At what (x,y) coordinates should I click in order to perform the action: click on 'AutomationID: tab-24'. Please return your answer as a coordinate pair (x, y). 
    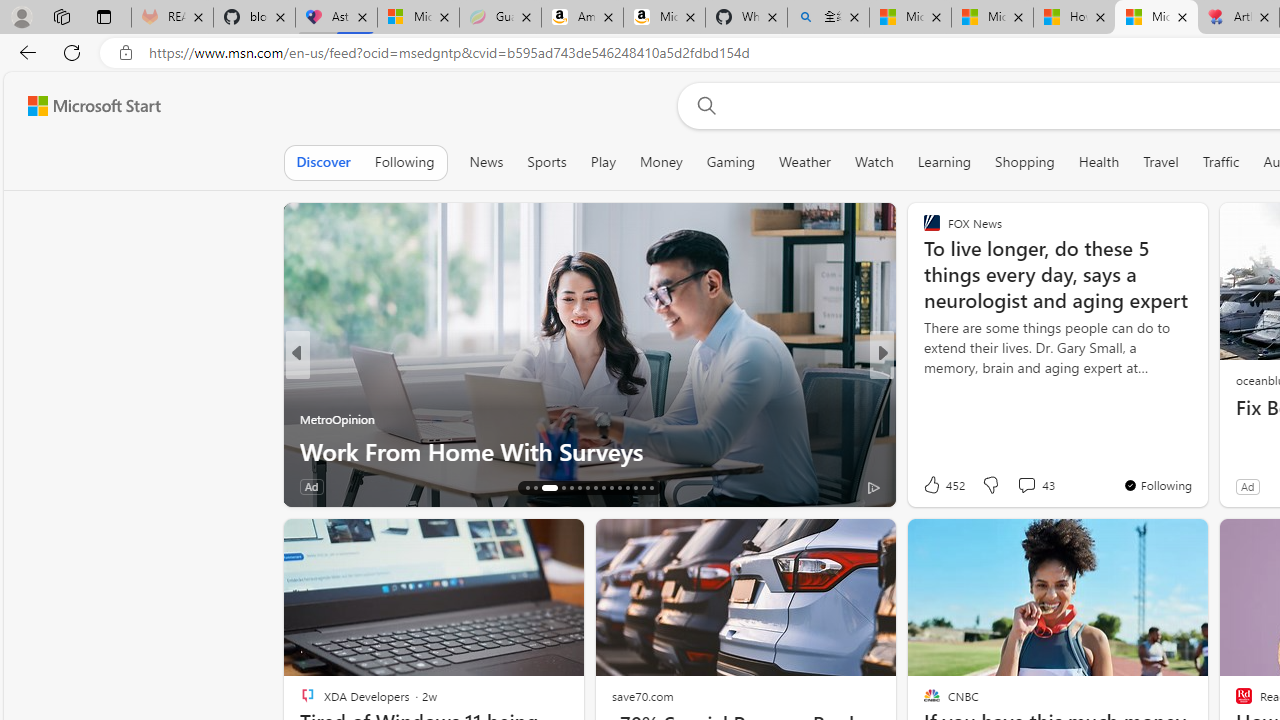
    Looking at the image, I should click on (602, 488).